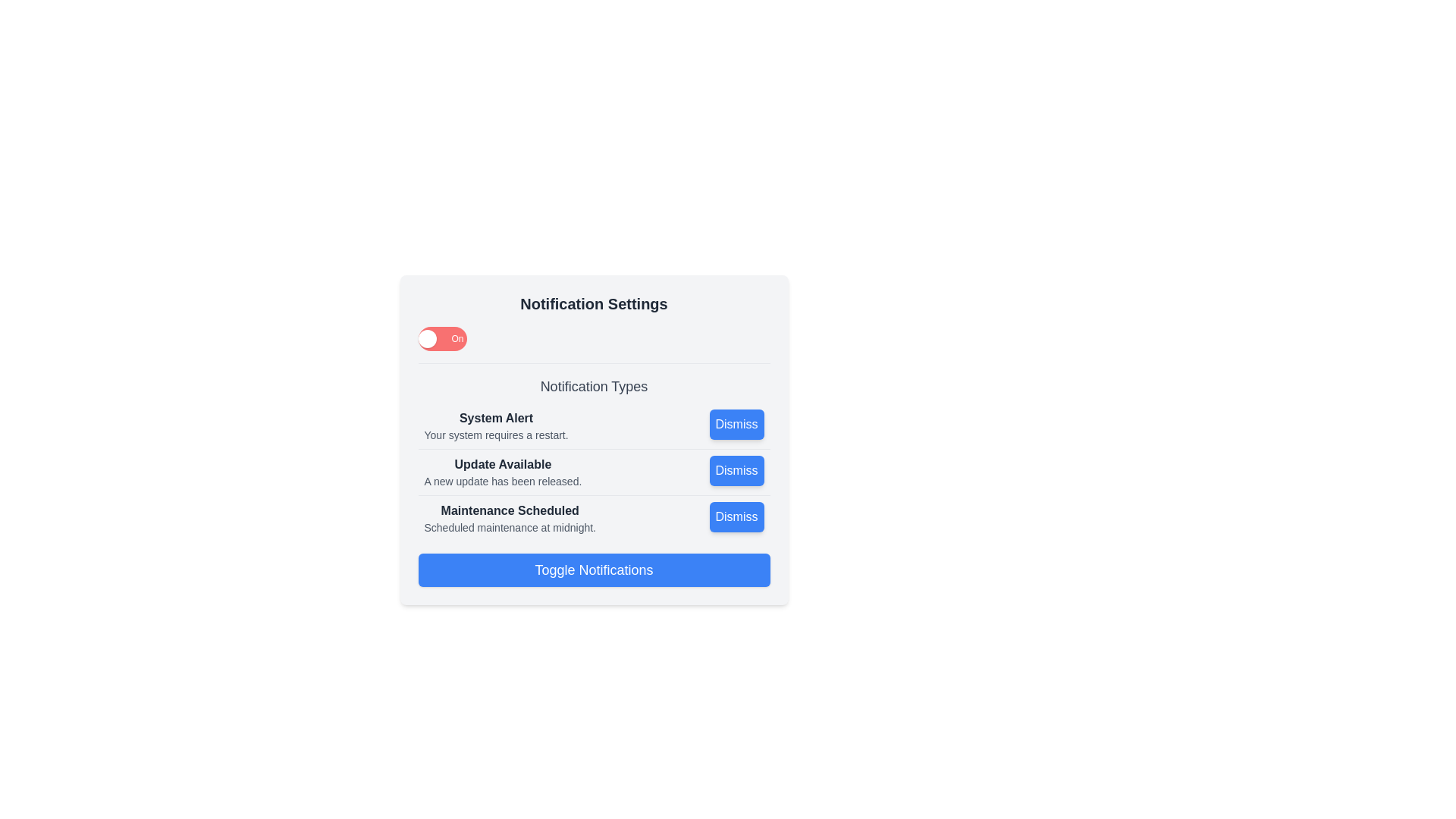 The image size is (1456, 819). I want to click on static text label displaying the message 'Your system requires a restart.' which is positioned under the title 'System Alert', so click(496, 435).